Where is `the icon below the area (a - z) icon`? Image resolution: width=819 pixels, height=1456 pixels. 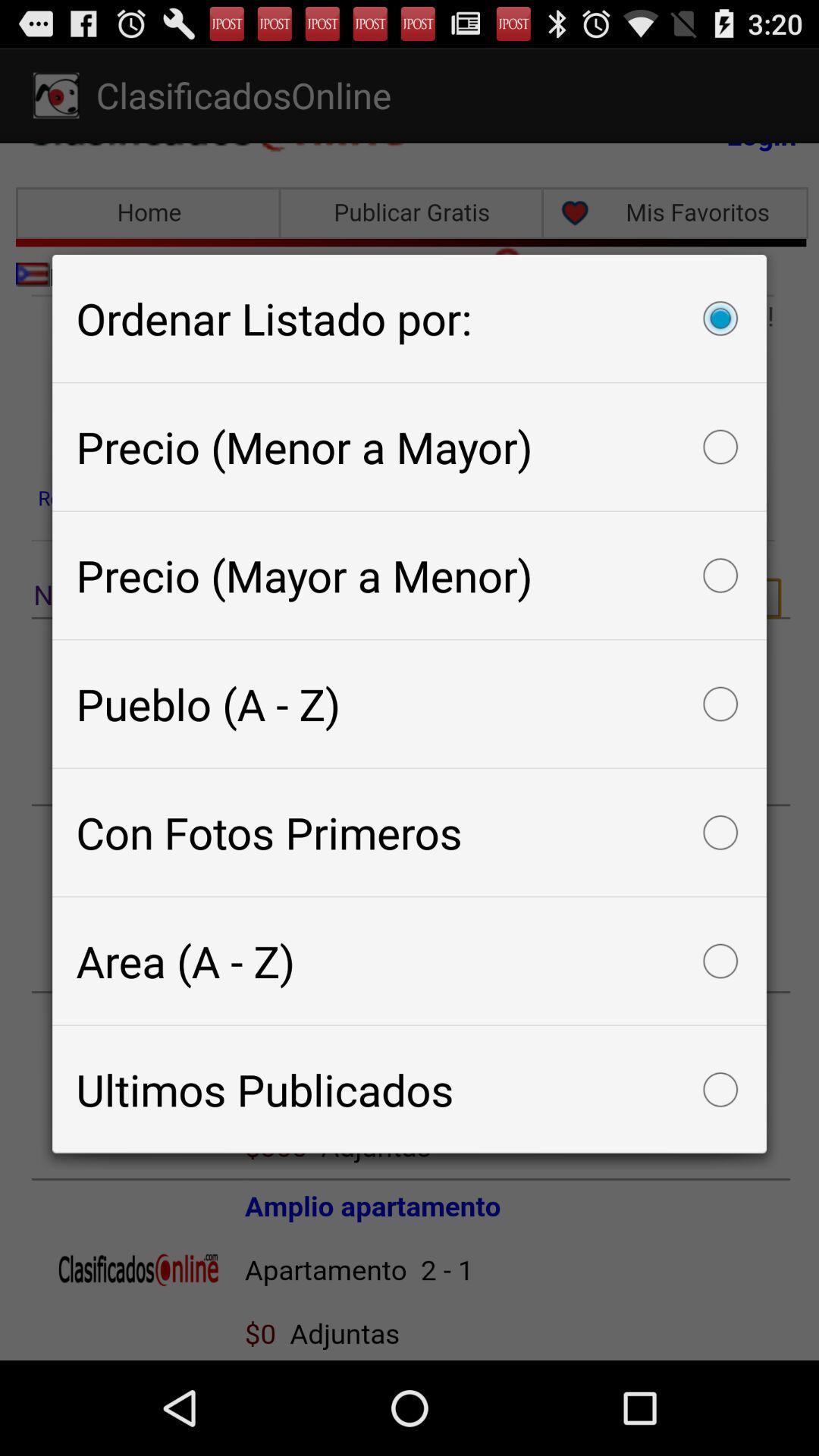 the icon below the area (a - z) icon is located at coordinates (409, 1088).